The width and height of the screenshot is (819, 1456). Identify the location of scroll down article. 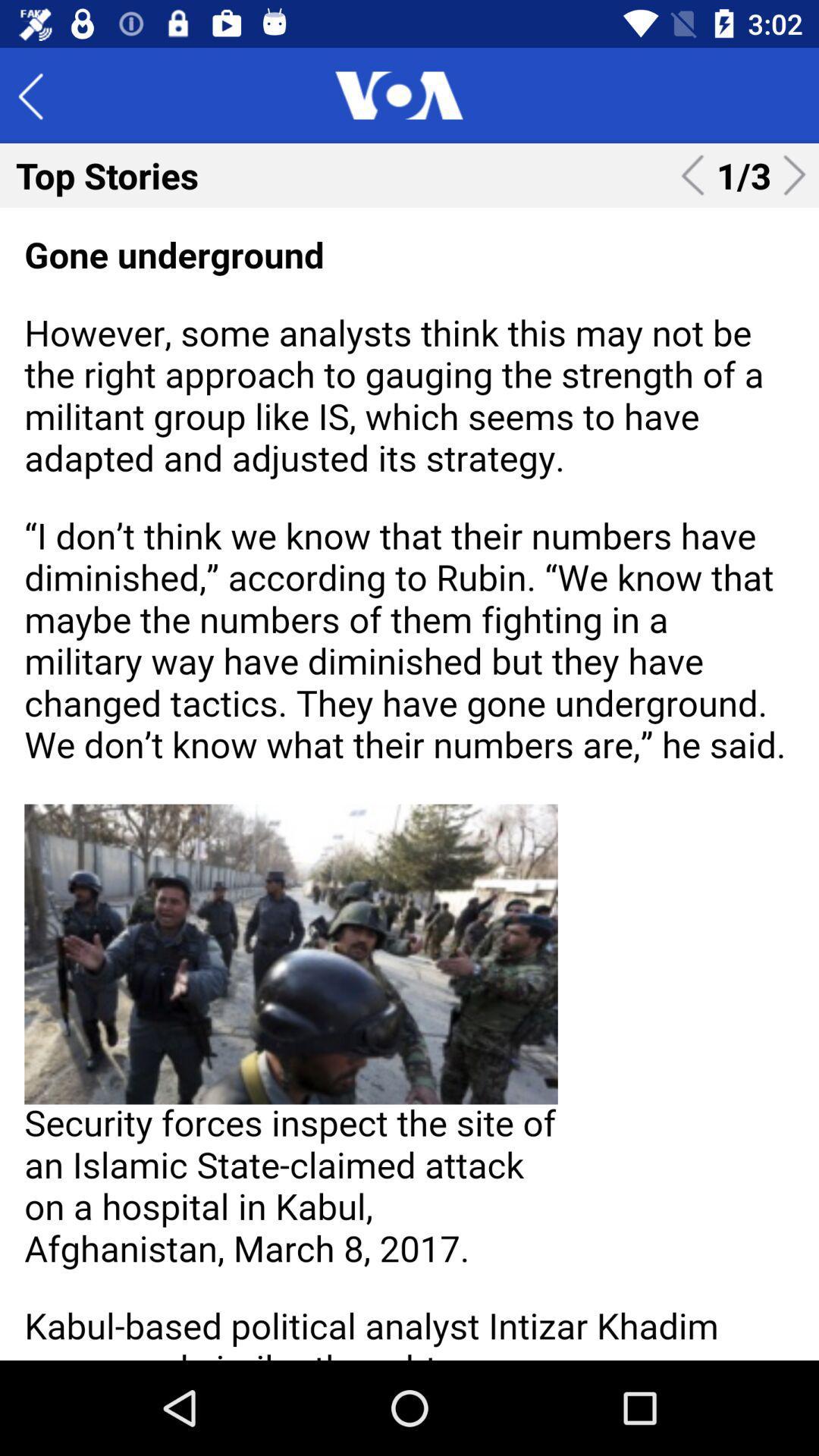
(409, 783).